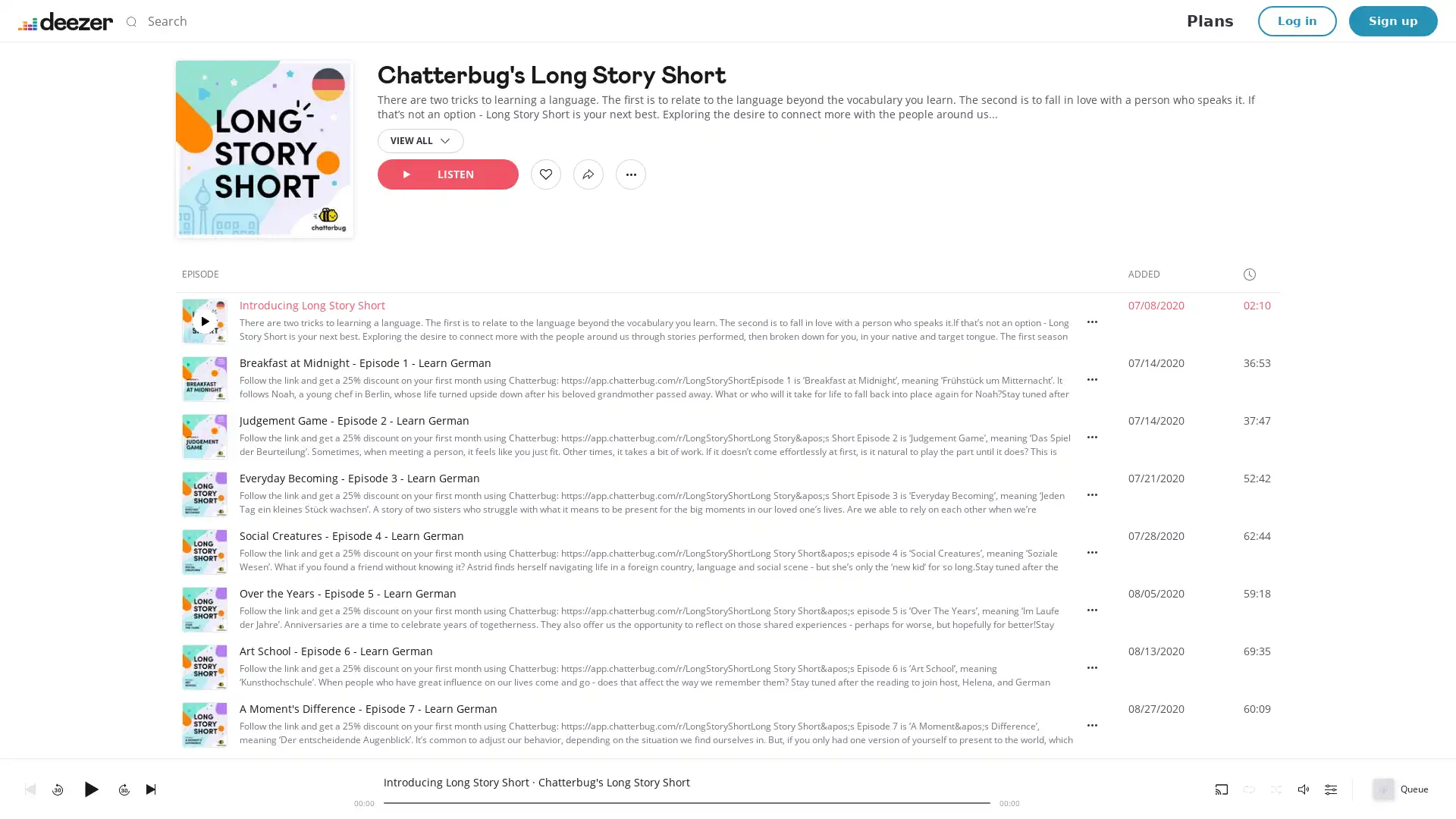 The height and width of the screenshot is (819, 1456). I want to click on Skip ahead 30 seconds, so click(124, 788).